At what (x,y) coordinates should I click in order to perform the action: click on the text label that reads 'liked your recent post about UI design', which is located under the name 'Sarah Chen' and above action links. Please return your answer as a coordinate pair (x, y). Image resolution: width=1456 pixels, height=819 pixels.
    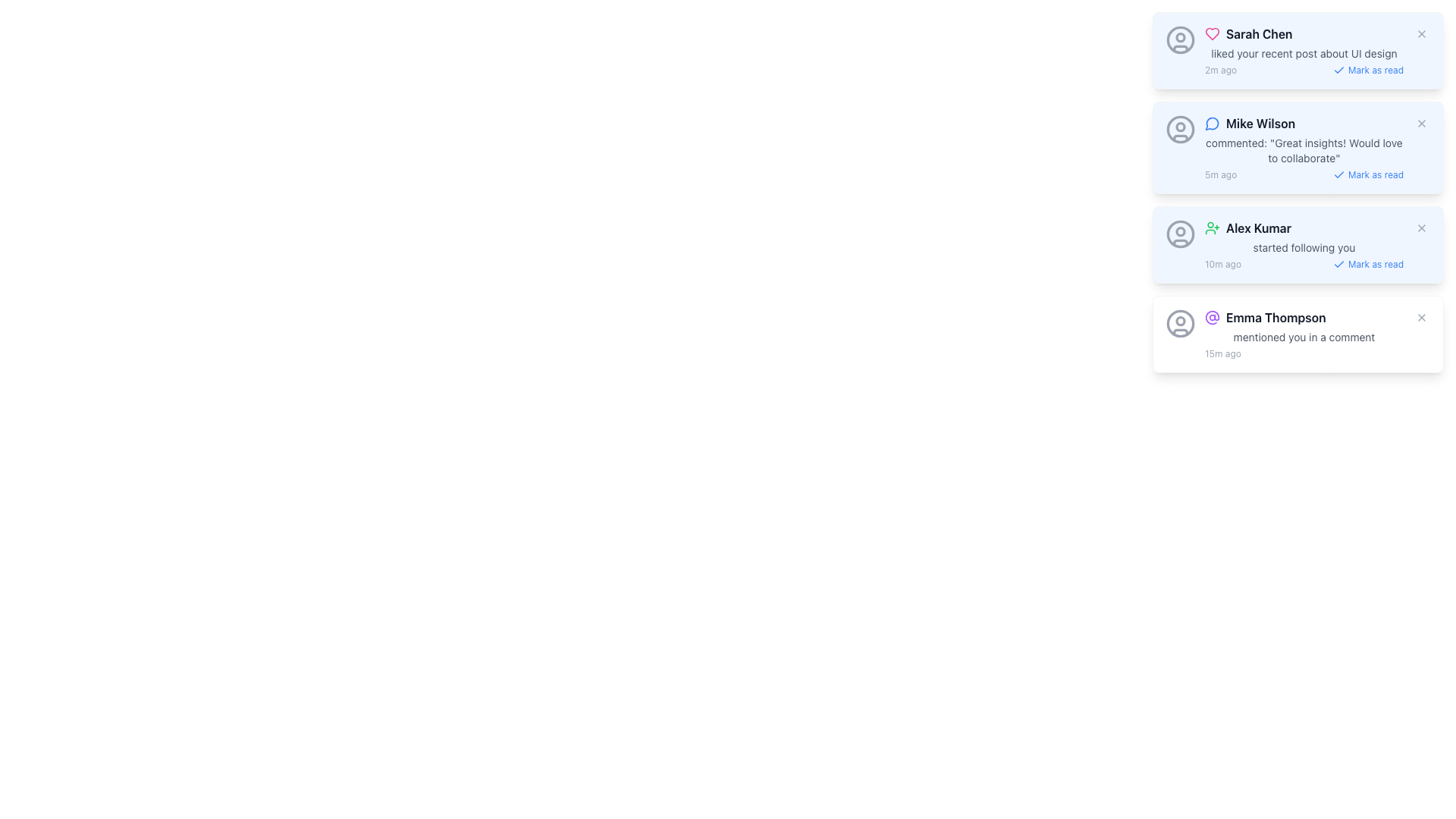
    Looking at the image, I should click on (1303, 52).